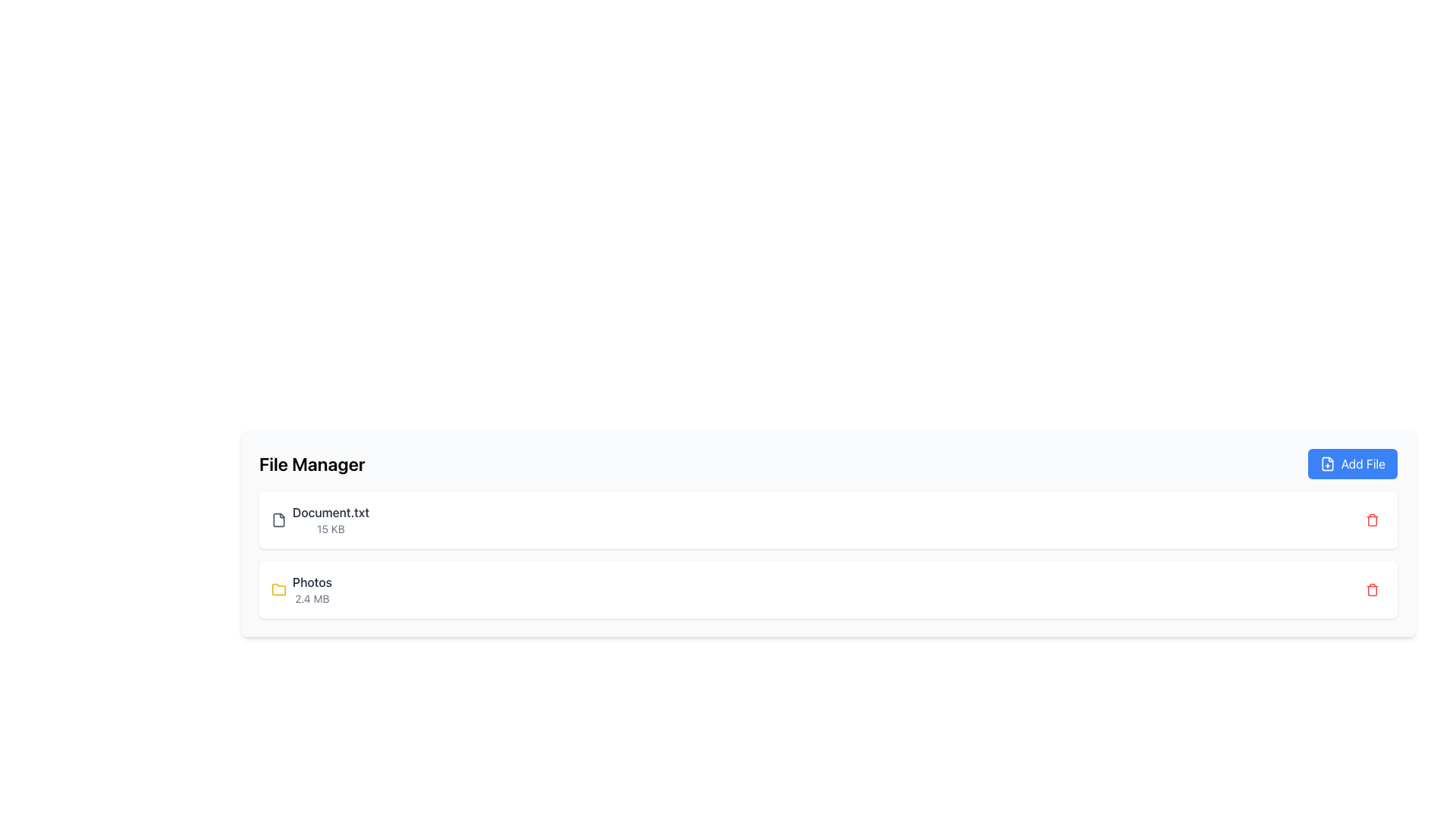 This screenshot has width=1456, height=819. Describe the element at coordinates (1326, 463) in the screenshot. I see `the icon that suggests adding a new file, located to the left of the 'Add File' text label in the top-right corner of the file management interface` at that location.